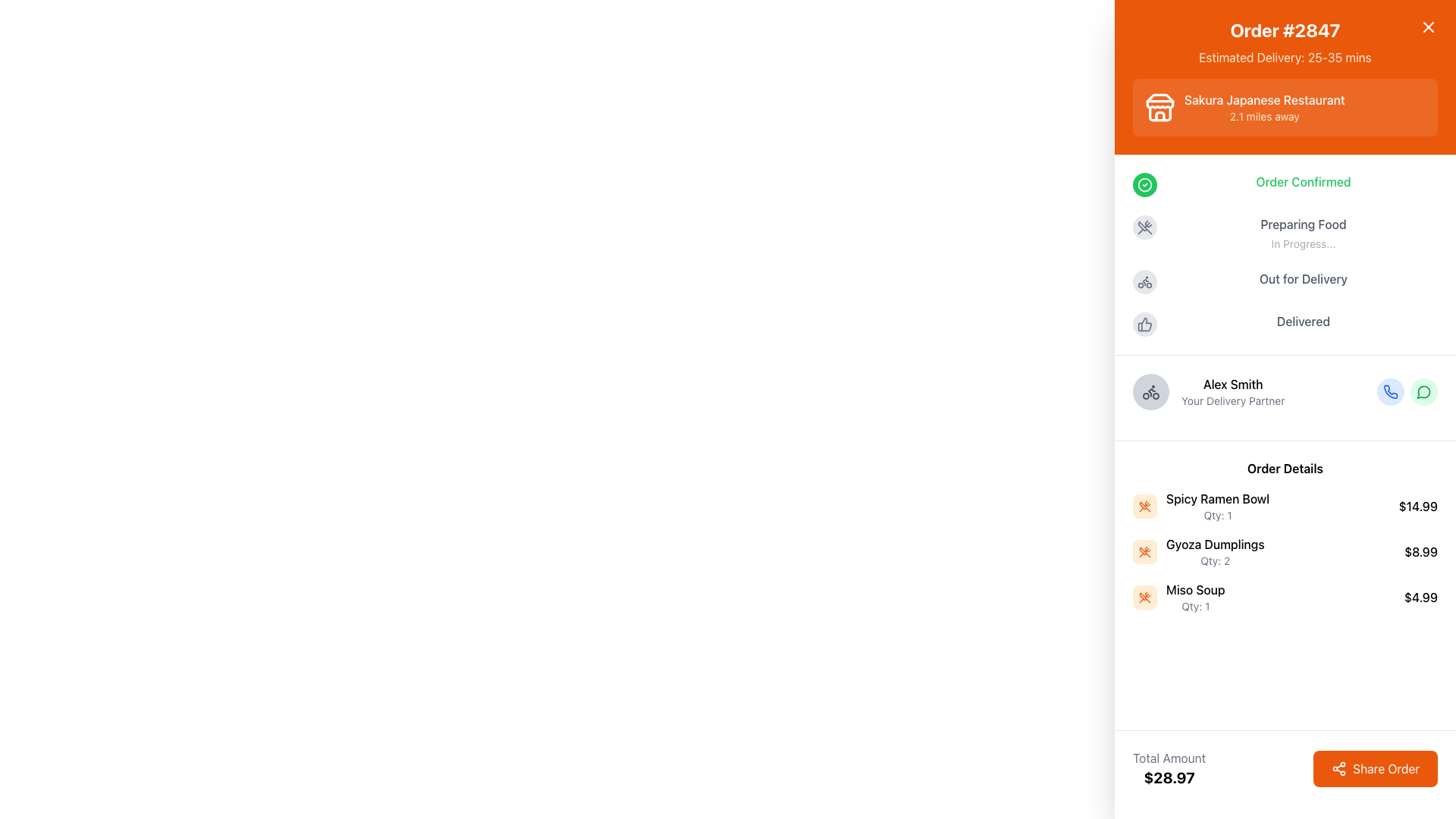  Describe the element at coordinates (1284, 281) in the screenshot. I see `status text of the Progress tracker status item which displays 'Out for Delivery', positioned to the right of a circled bicycle icon` at that location.